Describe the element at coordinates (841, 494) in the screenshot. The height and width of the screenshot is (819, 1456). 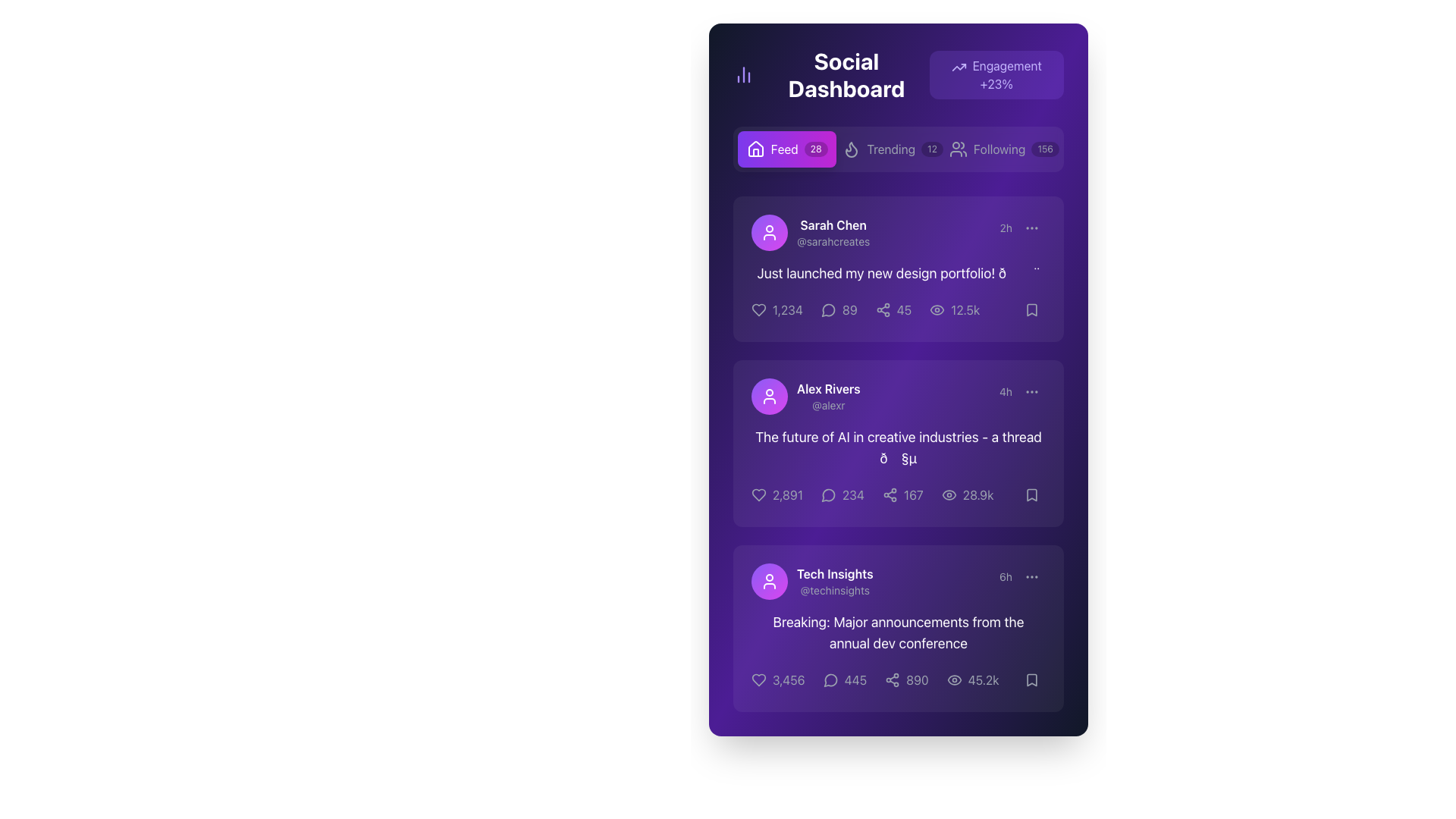
I see `the gray speech bubble icon followed by the text '234' in the second post of the feed` at that location.